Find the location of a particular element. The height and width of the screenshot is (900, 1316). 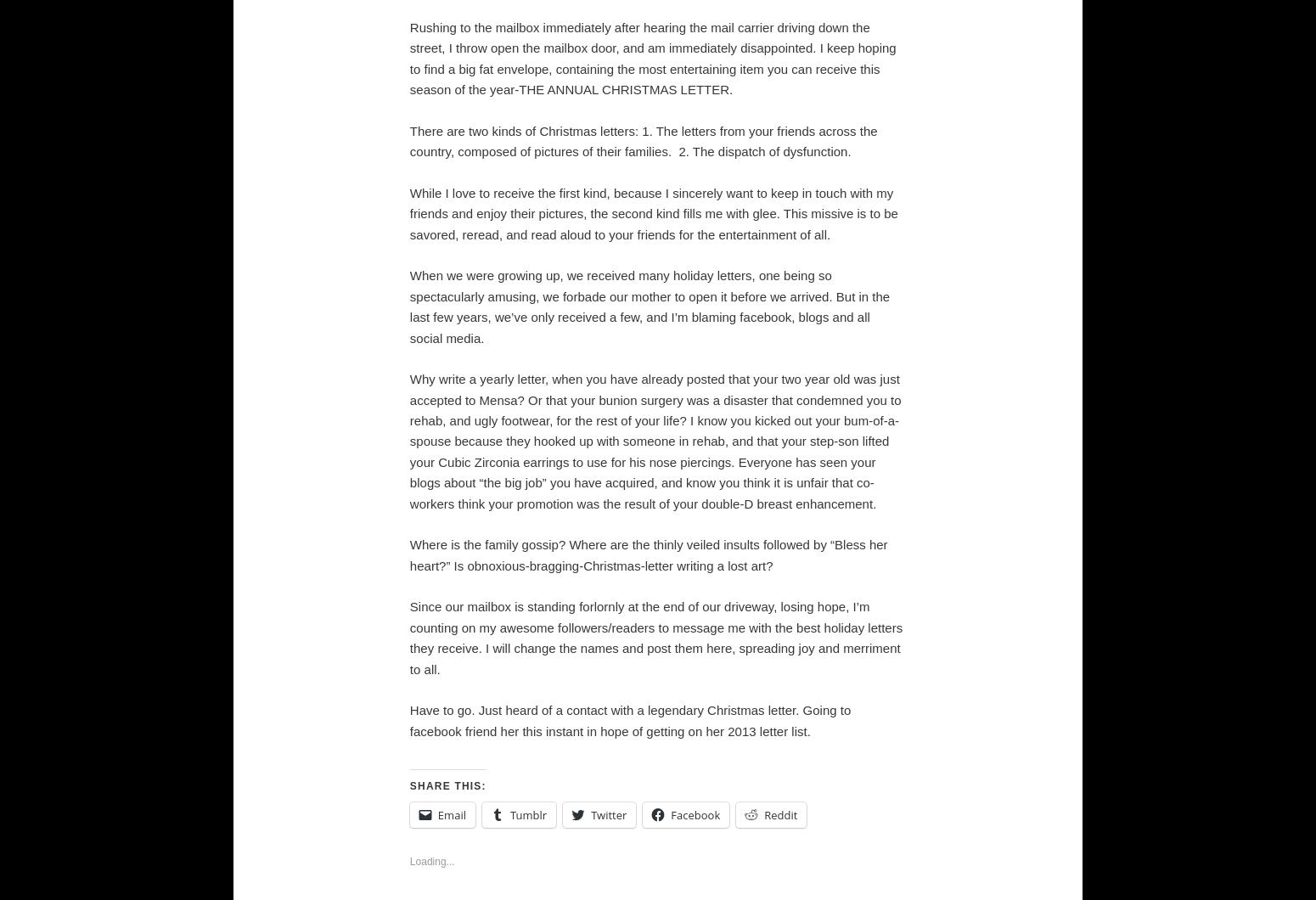

'Rushing to the mailbox immediately after hearing the mail carrier driving down the street, I throw open the mailbox door, and am immediately disappointed. I keep hoping to find a big fat envelope, containing the most entertaining item you can receive this season of the year-THE ANNUAL CHRISTMAS LETTER.' is located at coordinates (408, 58).